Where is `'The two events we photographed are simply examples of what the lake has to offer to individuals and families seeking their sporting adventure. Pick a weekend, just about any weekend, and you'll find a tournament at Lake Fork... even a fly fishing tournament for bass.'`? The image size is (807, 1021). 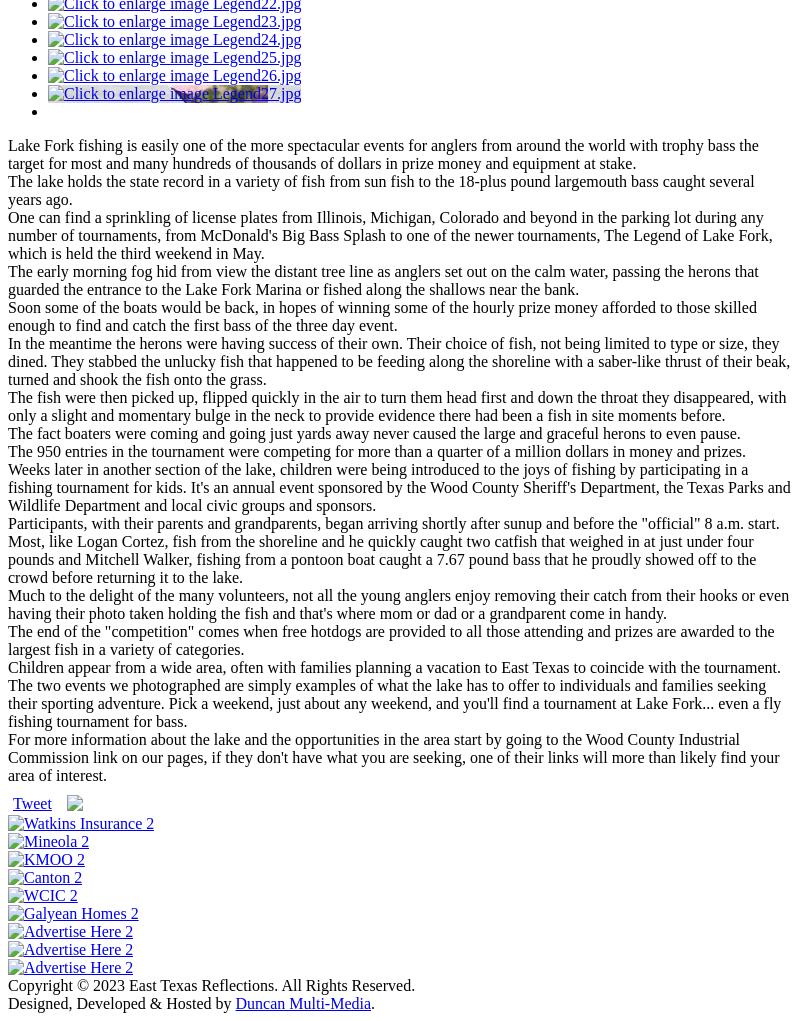
'The two events we photographed are simply examples of what the lake has to offer to individuals and families seeking their sporting adventure. Pick a weekend, just about any weekend, and you'll find a tournament at Lake Fork... even a fly fishing tournament for bass.' is located at coordinates (394, 702).